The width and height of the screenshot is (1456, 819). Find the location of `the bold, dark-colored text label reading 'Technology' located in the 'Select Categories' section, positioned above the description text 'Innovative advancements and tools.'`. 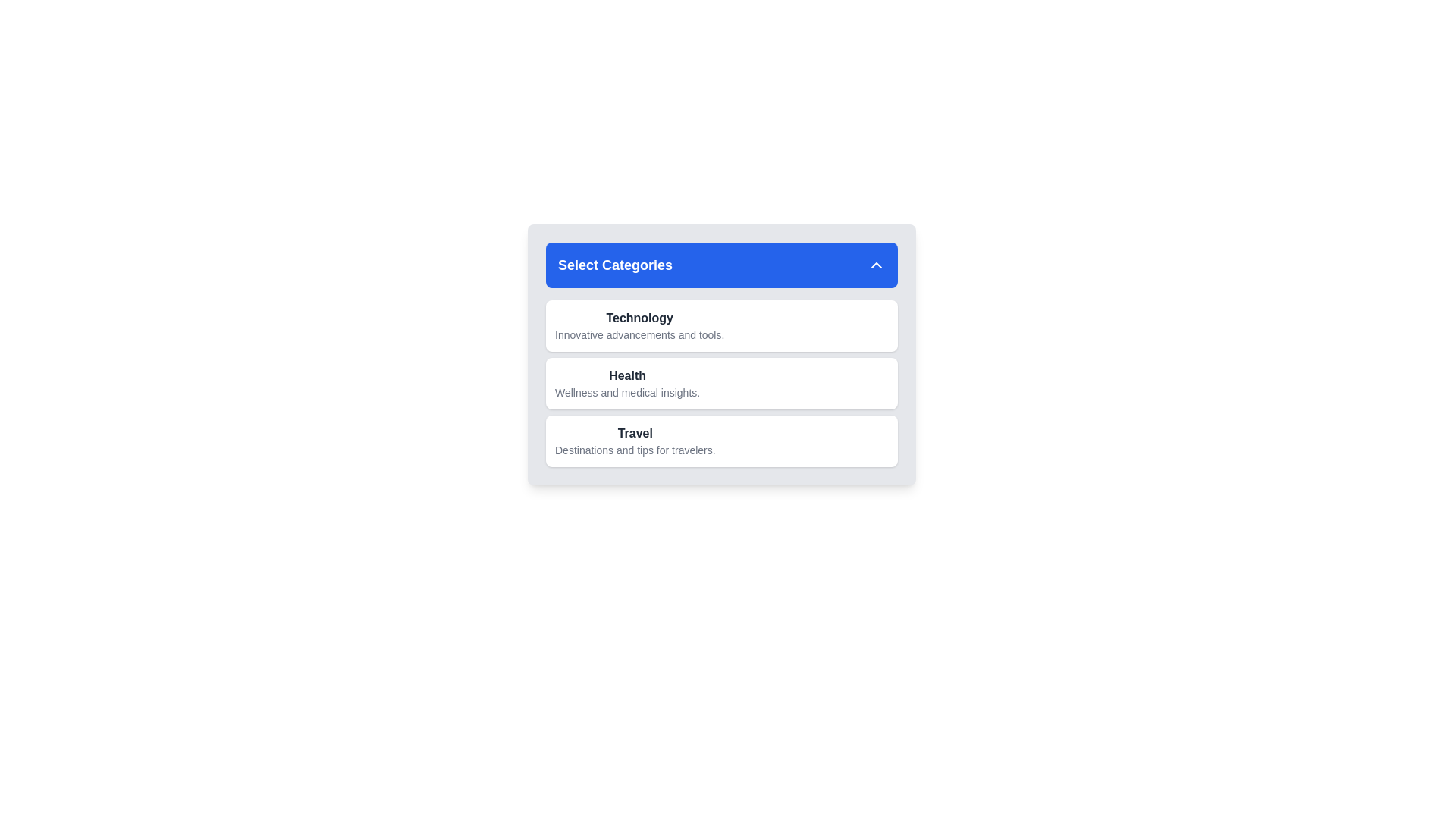

the bold, dark-colored text label reading 'Technology' located in the 'Select Categories' section, positioned above the description text 'Innovative advancements and tools.' is located at coordinates (639, 318).